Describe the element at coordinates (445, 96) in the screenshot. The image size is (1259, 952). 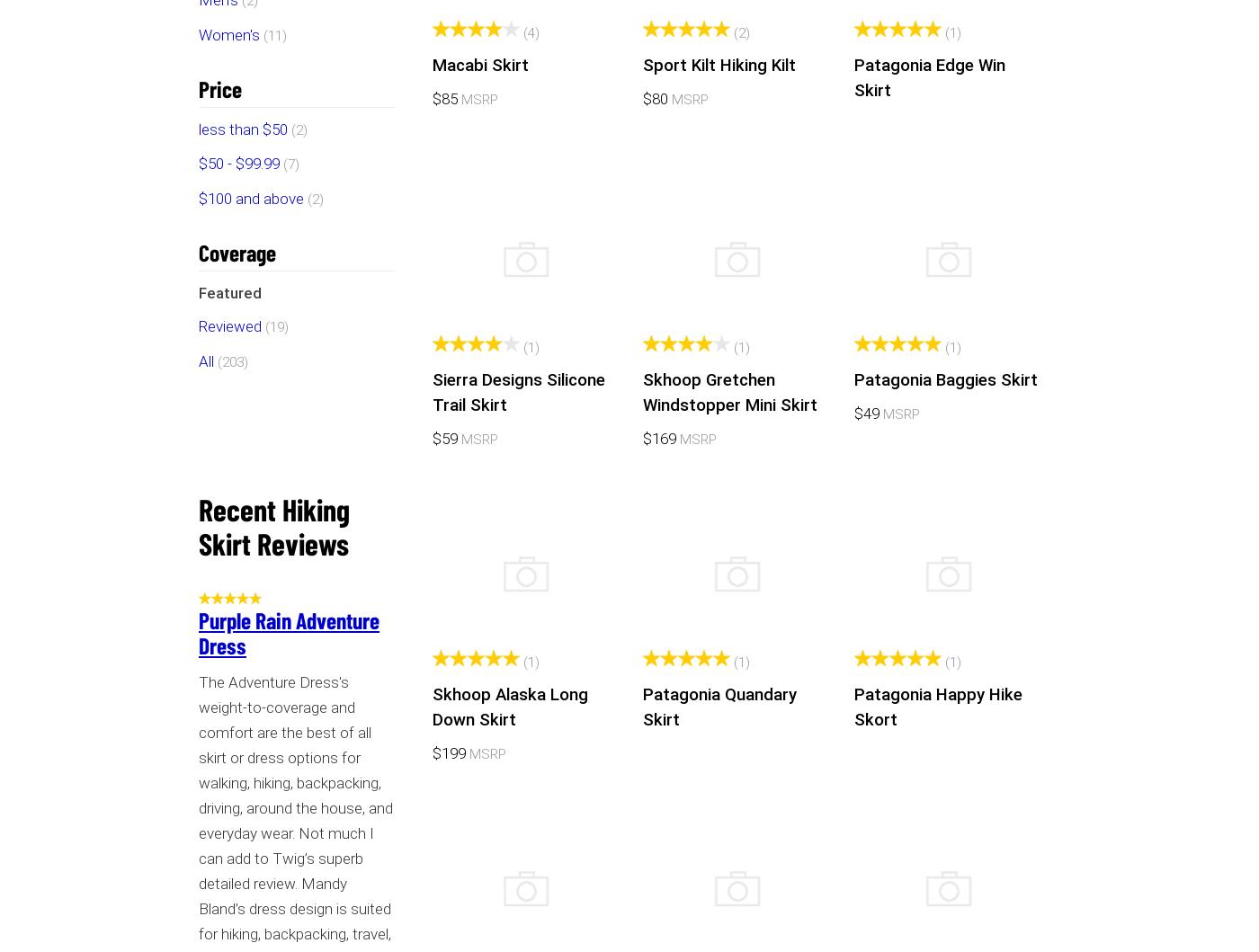
I see `'$85'` at that location.